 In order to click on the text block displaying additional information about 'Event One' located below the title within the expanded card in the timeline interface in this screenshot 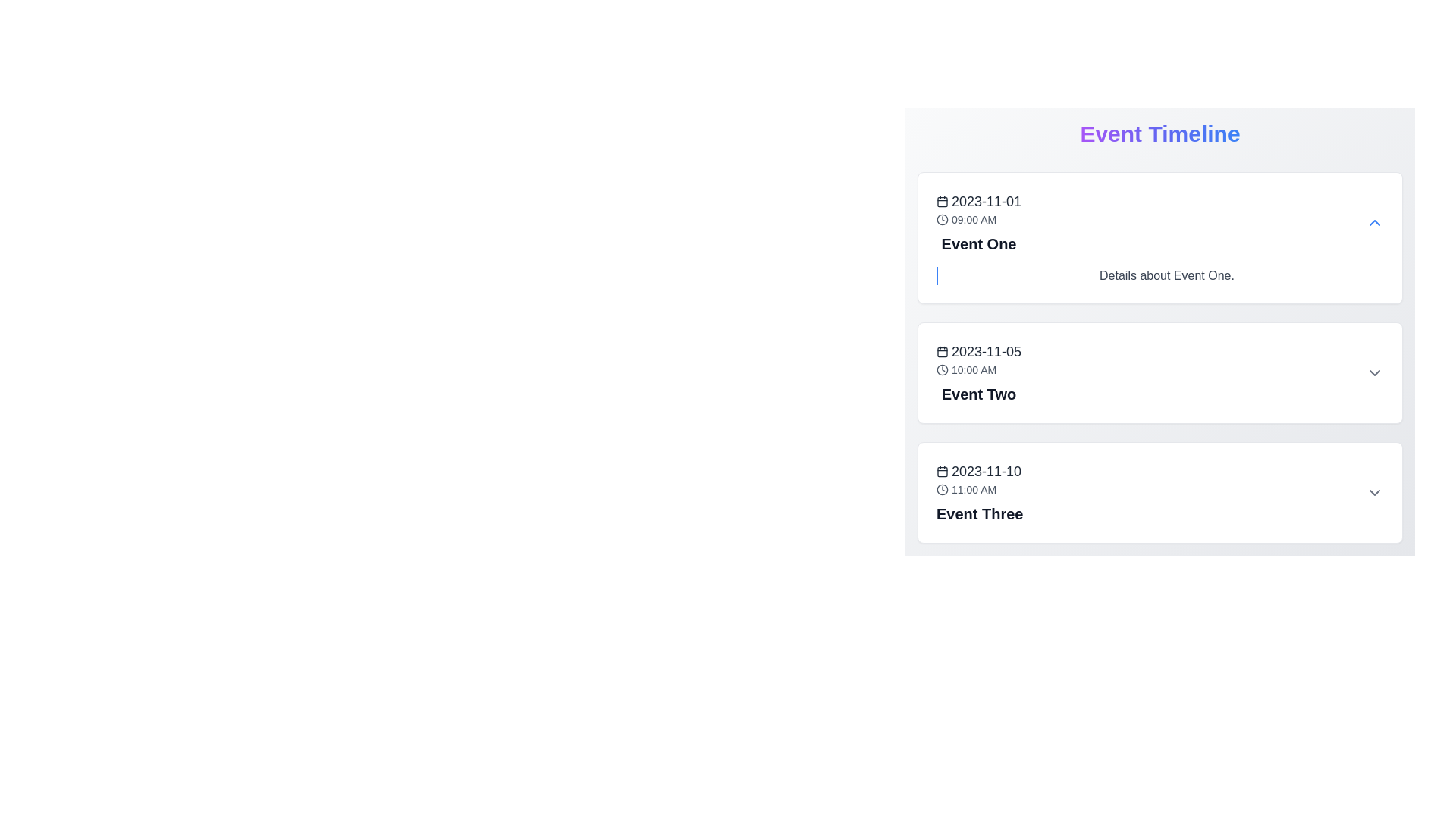, I will do `click(1166, 275)`.